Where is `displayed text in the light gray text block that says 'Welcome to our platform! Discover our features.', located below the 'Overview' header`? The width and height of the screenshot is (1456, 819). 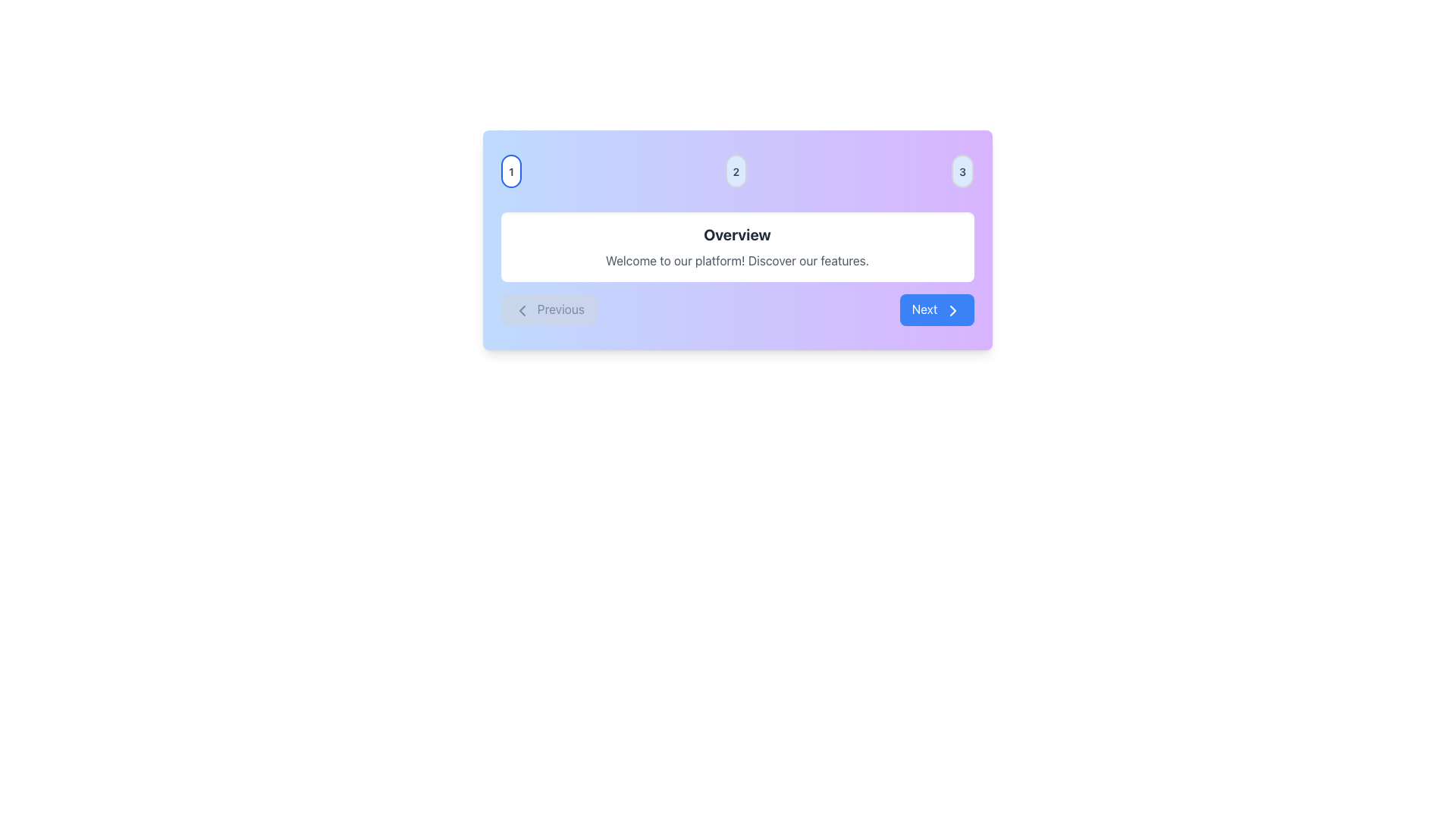
displayed text in the light gray text block that says 'Welcome to our platform! Discover our features.', located below the 'Overview' header is located at coordinates (737, 259).